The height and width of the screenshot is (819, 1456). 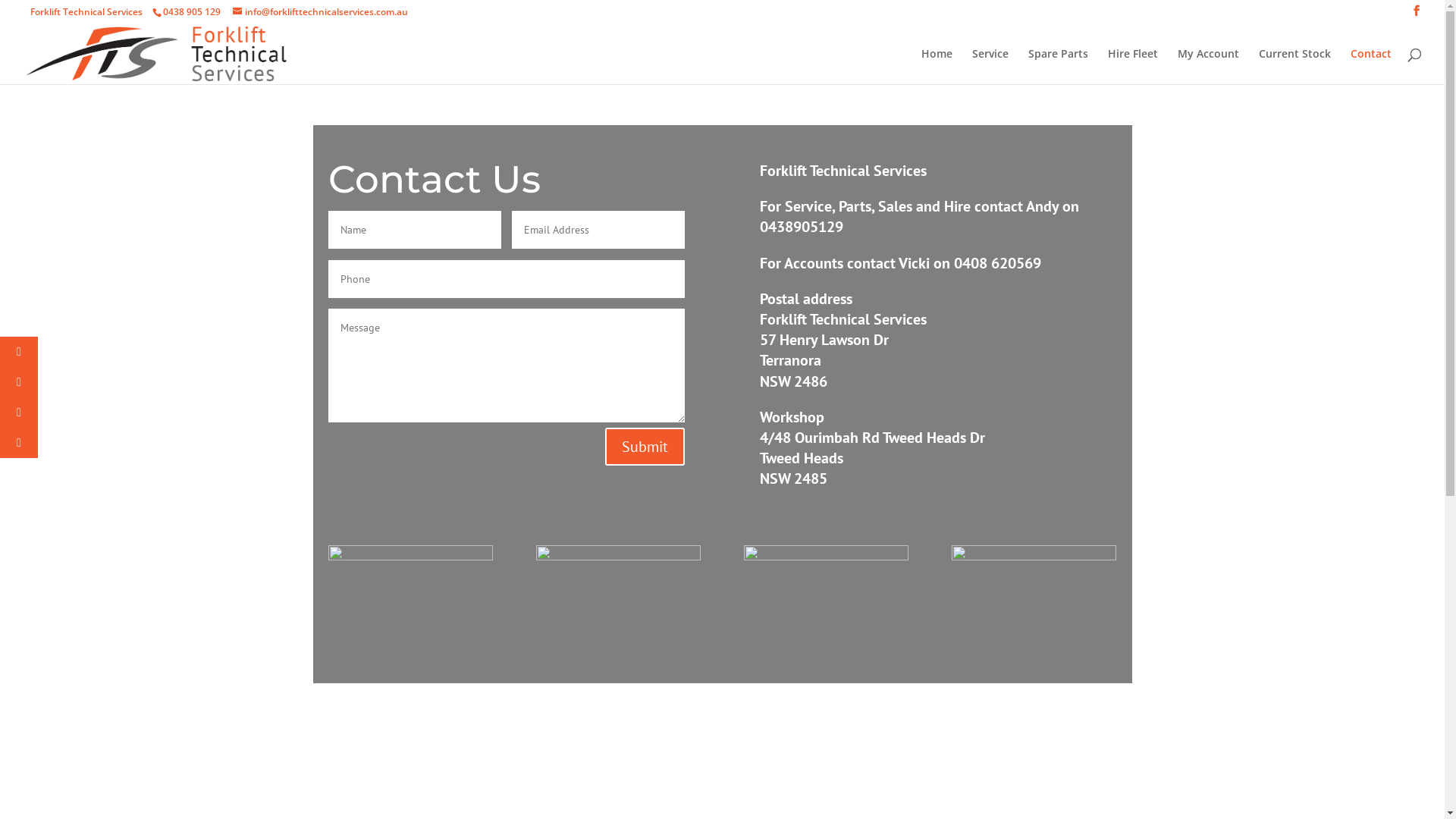 What do you see at coordinates (1294, 65) in the screenshot?
I see `'Current Stock'` at bounding box center [1294, 65].